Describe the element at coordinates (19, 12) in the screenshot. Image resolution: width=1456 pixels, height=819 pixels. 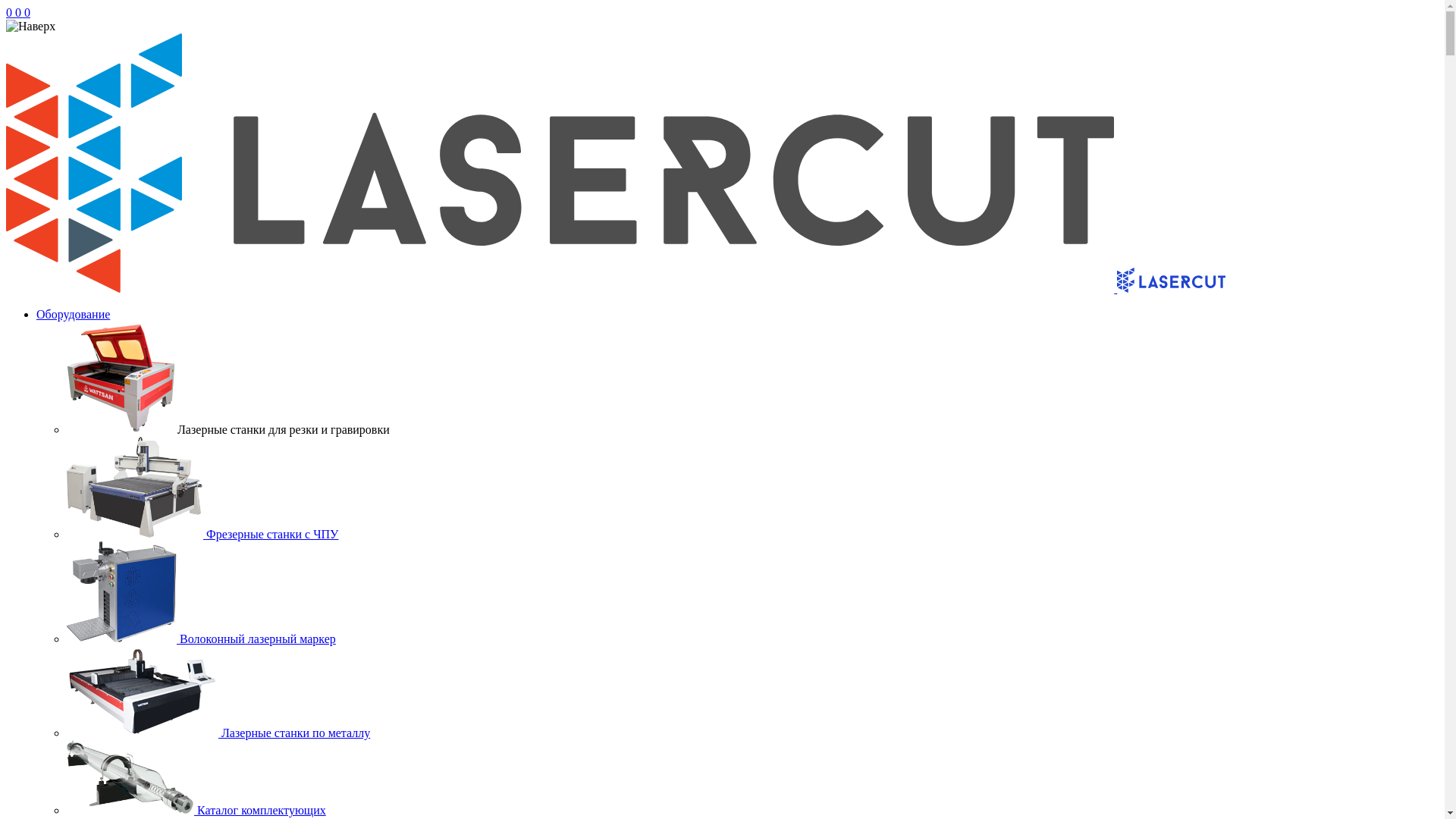
I see `'0'` at that location.